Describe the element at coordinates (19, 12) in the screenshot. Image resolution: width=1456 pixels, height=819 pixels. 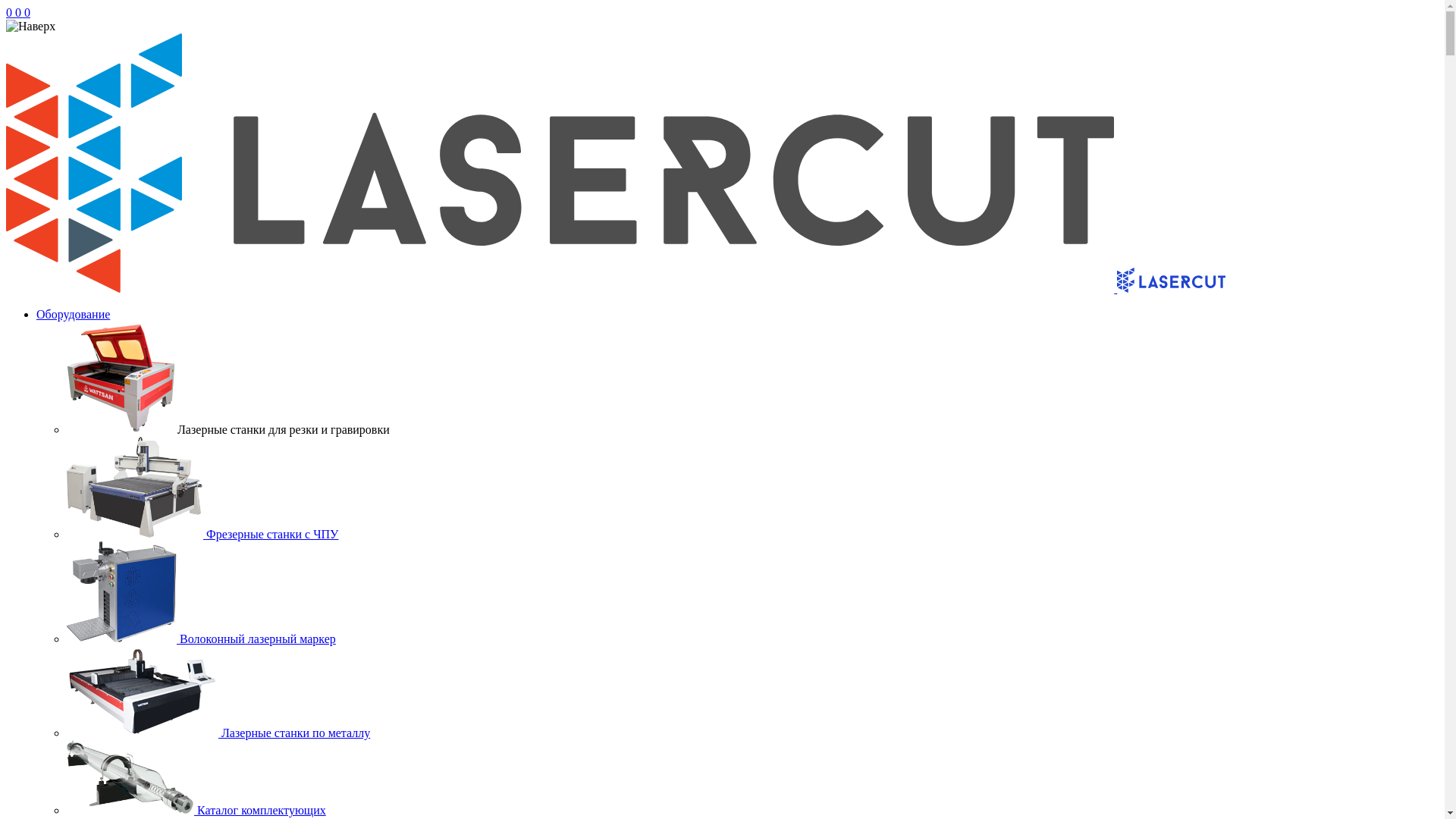
I see `'0'` at that location.